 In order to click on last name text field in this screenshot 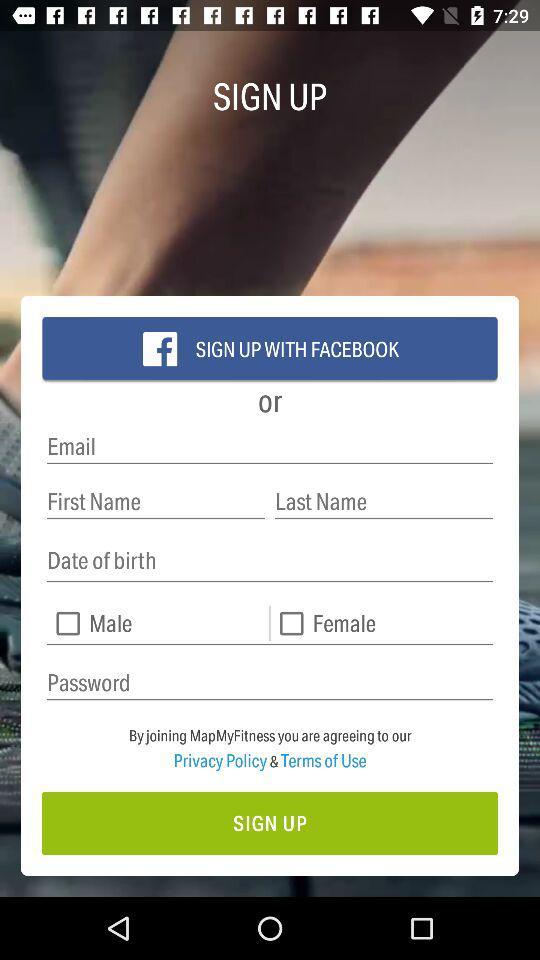, I will do `click(383, 500)`.